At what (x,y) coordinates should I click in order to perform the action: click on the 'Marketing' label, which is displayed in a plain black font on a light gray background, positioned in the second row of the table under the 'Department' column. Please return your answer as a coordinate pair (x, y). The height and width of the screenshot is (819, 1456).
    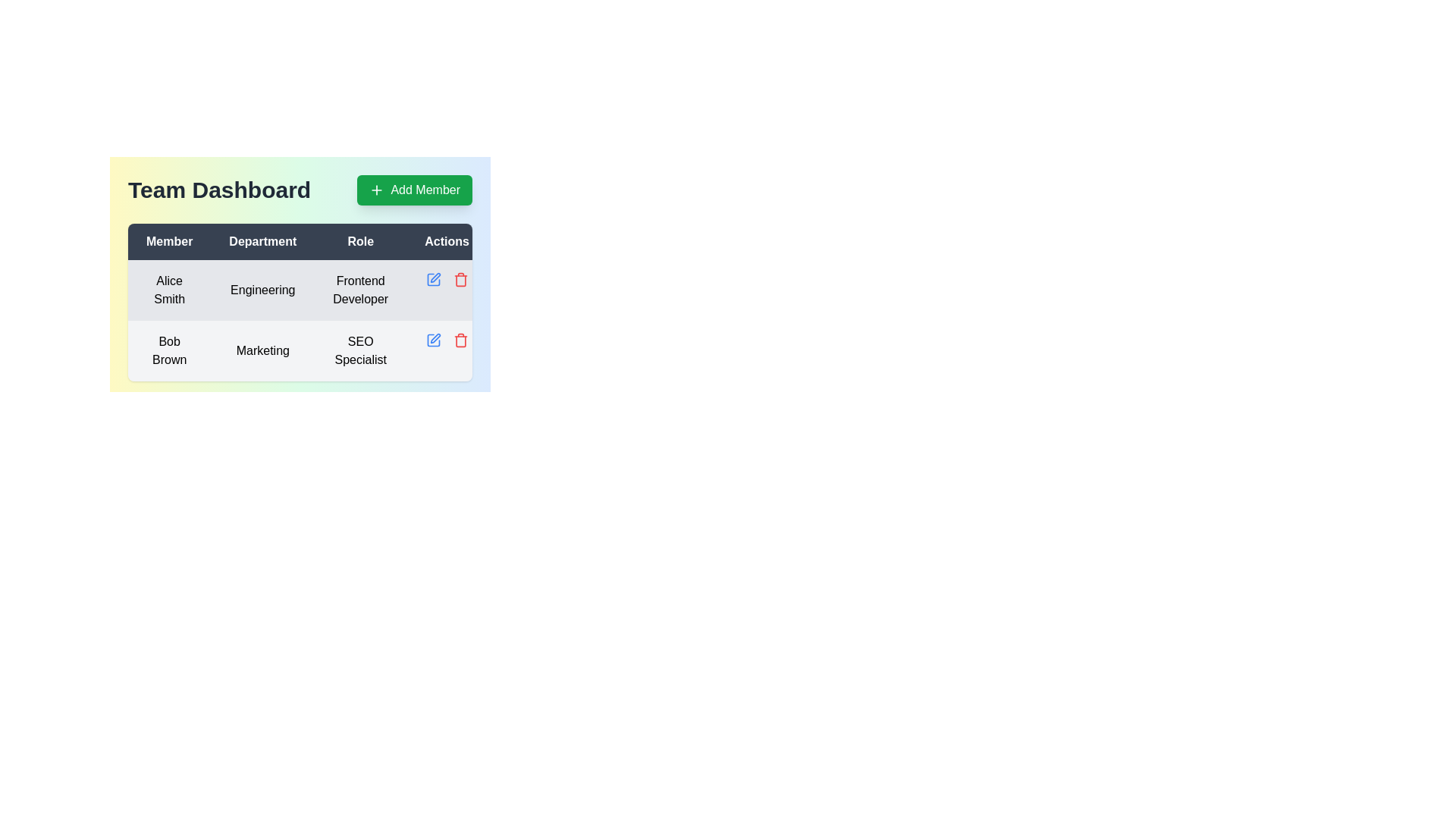
    Looking at the image, I should click on (262, 350).